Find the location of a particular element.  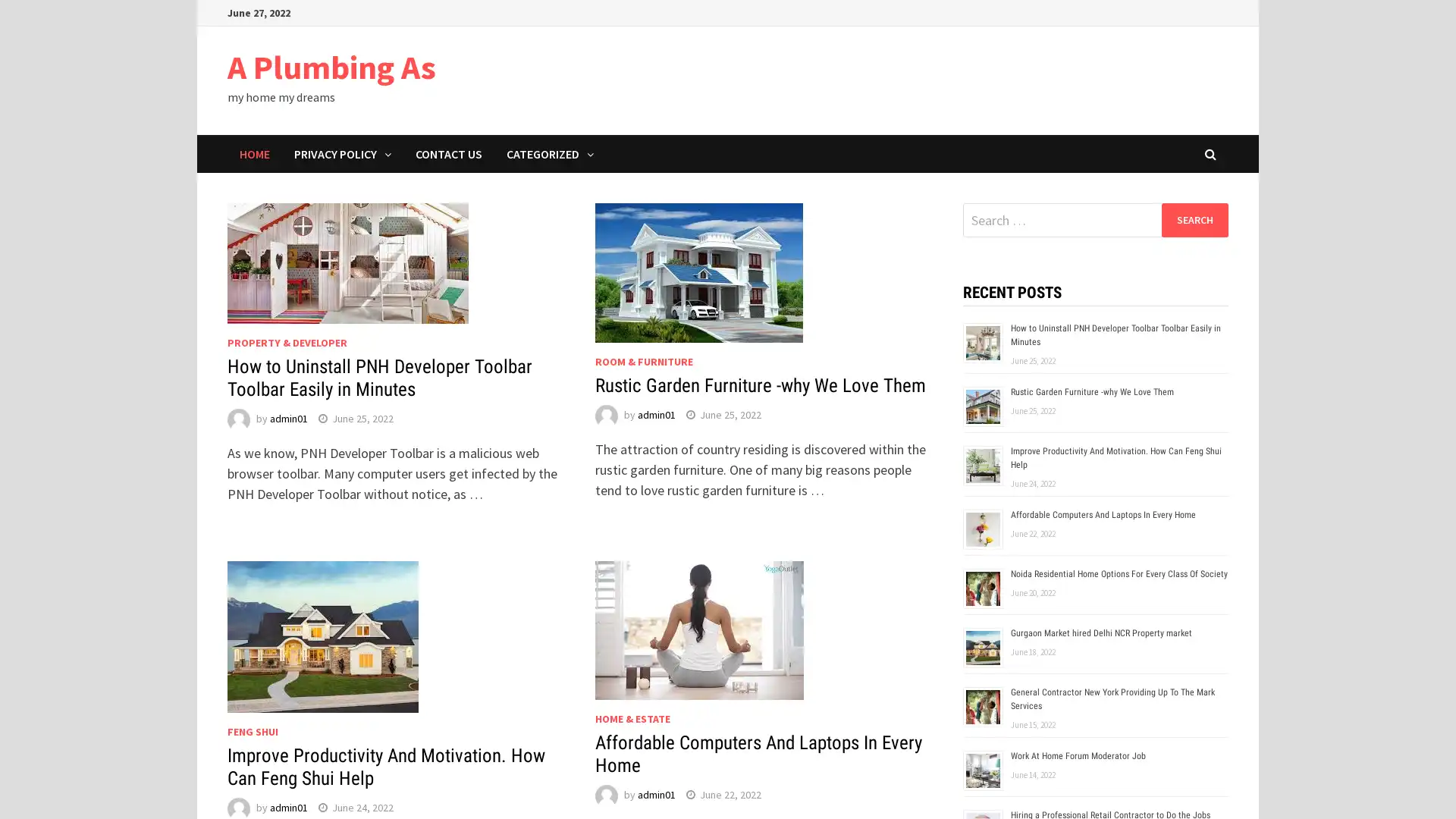

Search is located at coordinates (1194, 219).